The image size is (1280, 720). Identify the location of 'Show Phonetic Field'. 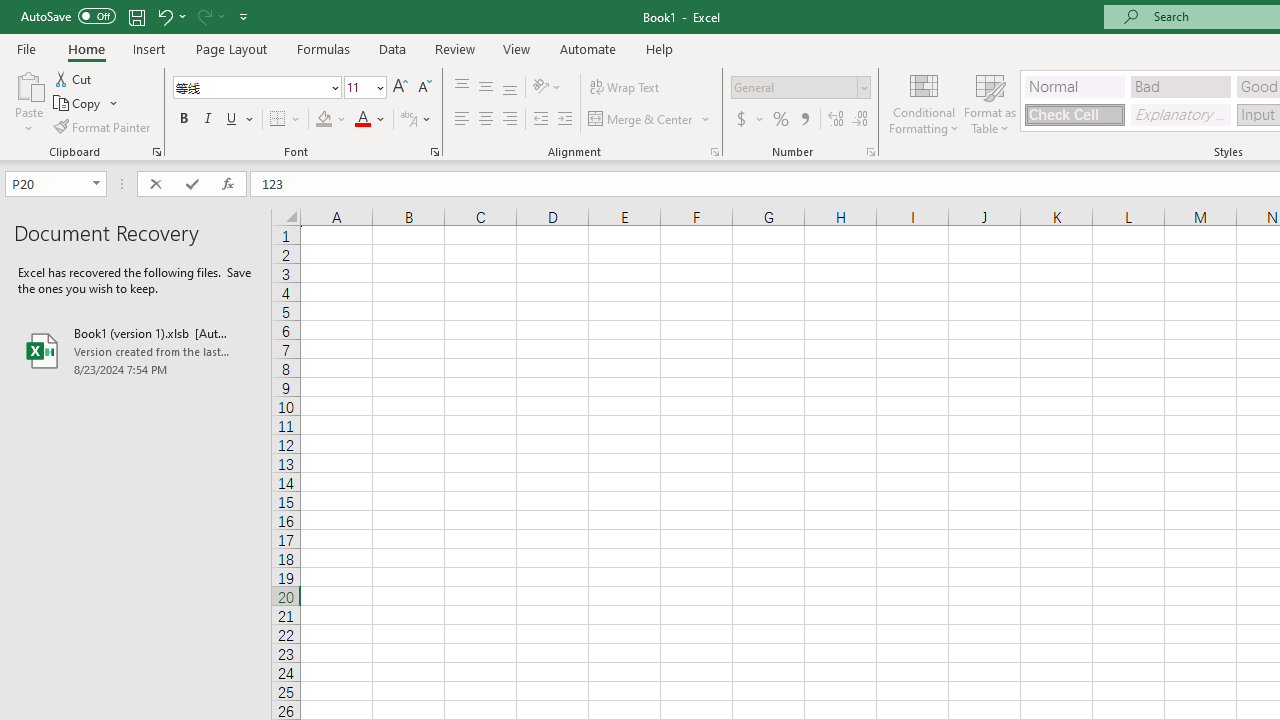
(415, 119).